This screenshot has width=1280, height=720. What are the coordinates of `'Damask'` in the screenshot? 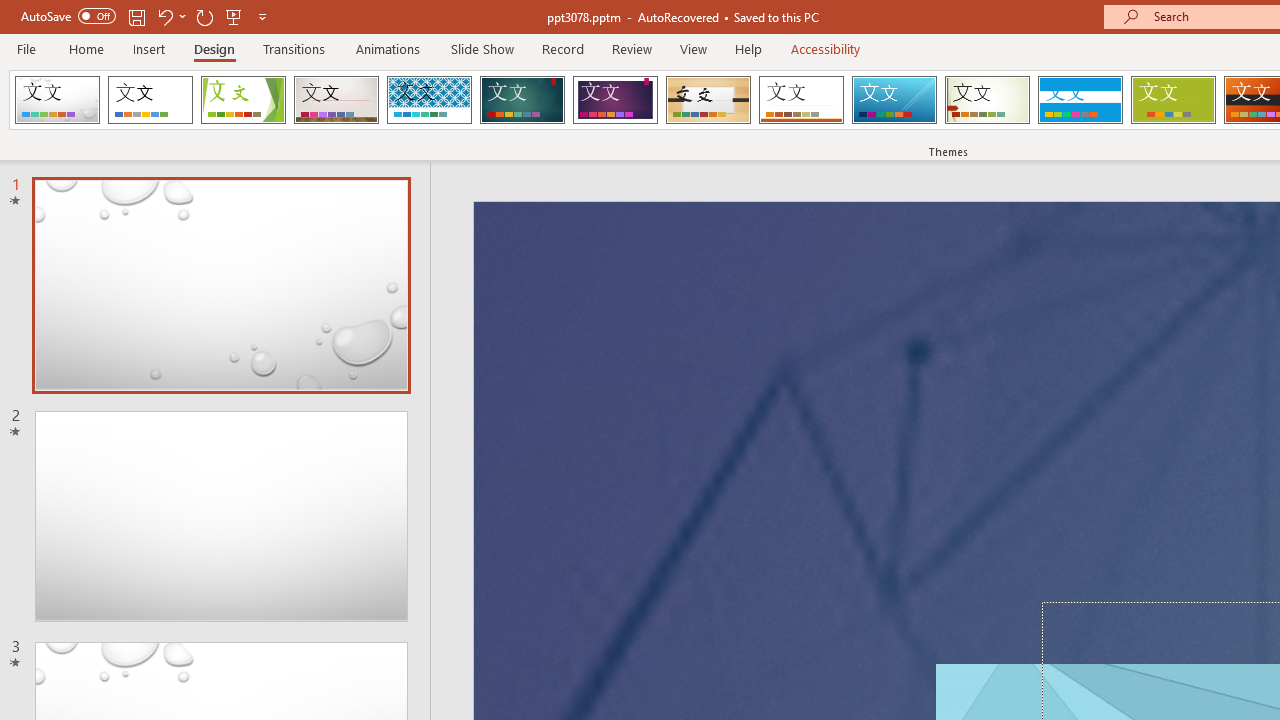 It's located at (57, 100).